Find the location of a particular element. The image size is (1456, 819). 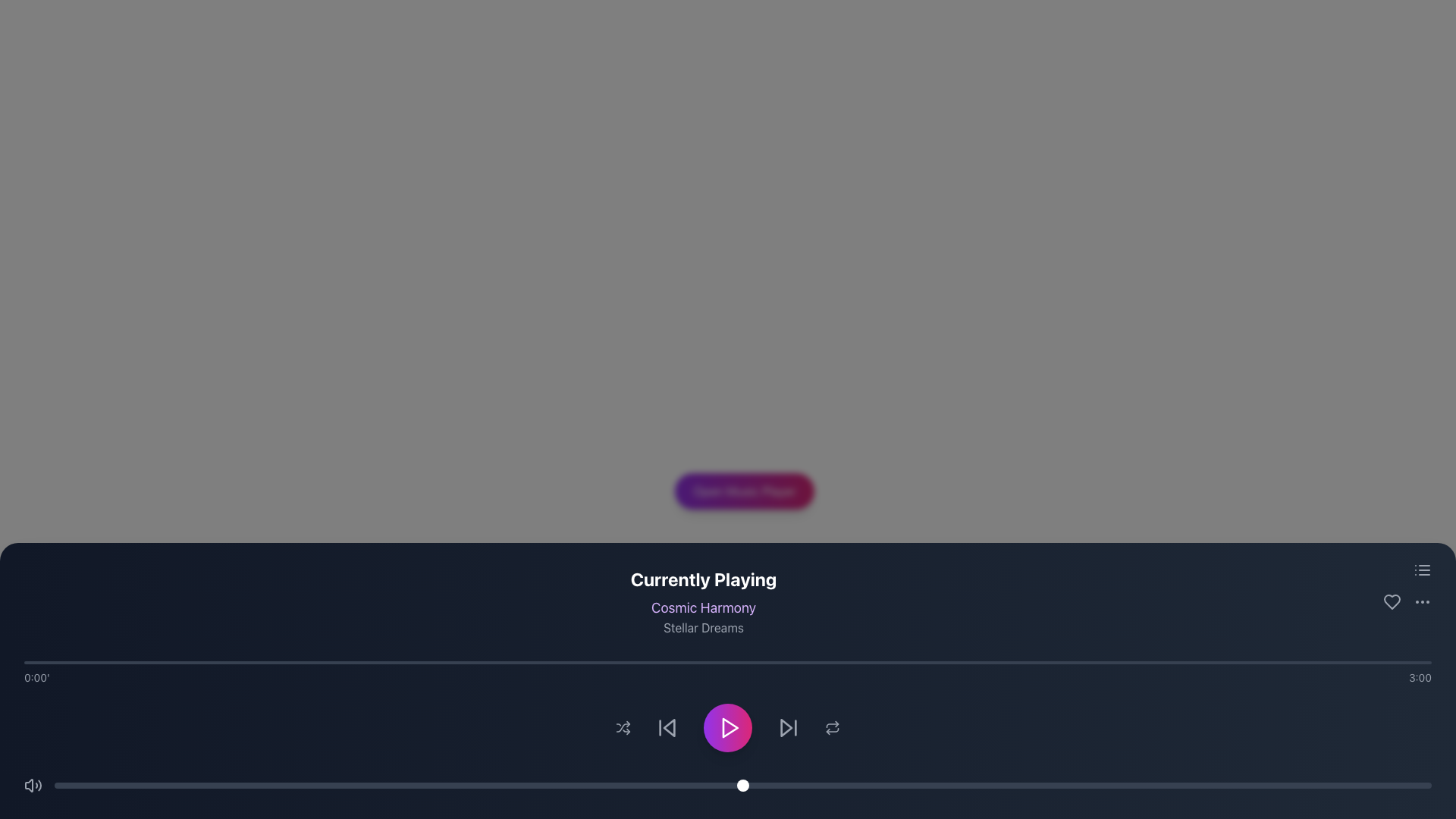

playback position is located at coordinates (861, 662).